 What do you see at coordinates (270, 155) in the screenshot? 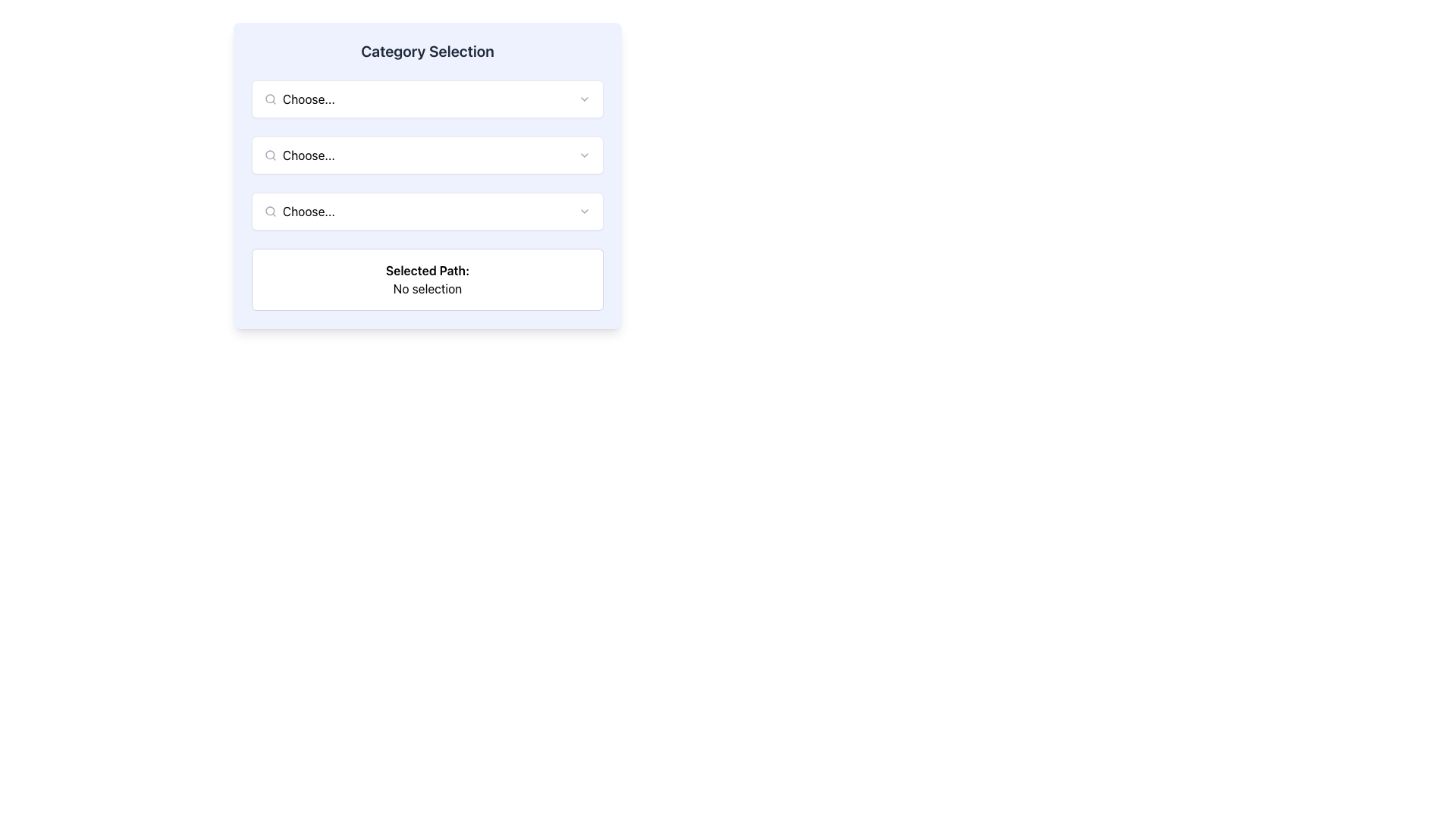
I see `the search/selection icon located on the left side of the second dropdown field labeled 'Choose...'` at bounding box center [270, 155].